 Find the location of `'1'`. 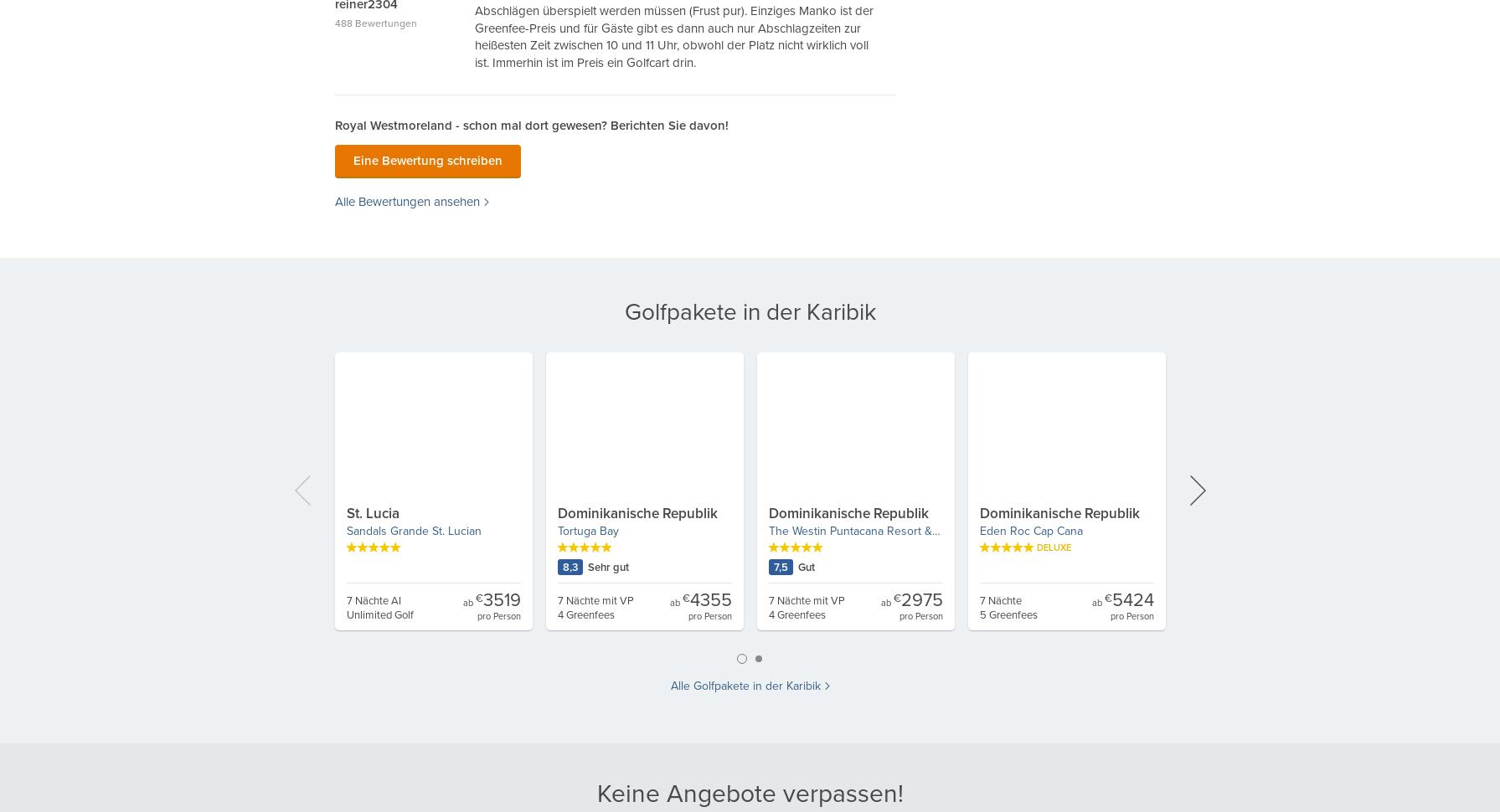

'1' is located at coordinates (745, 664).